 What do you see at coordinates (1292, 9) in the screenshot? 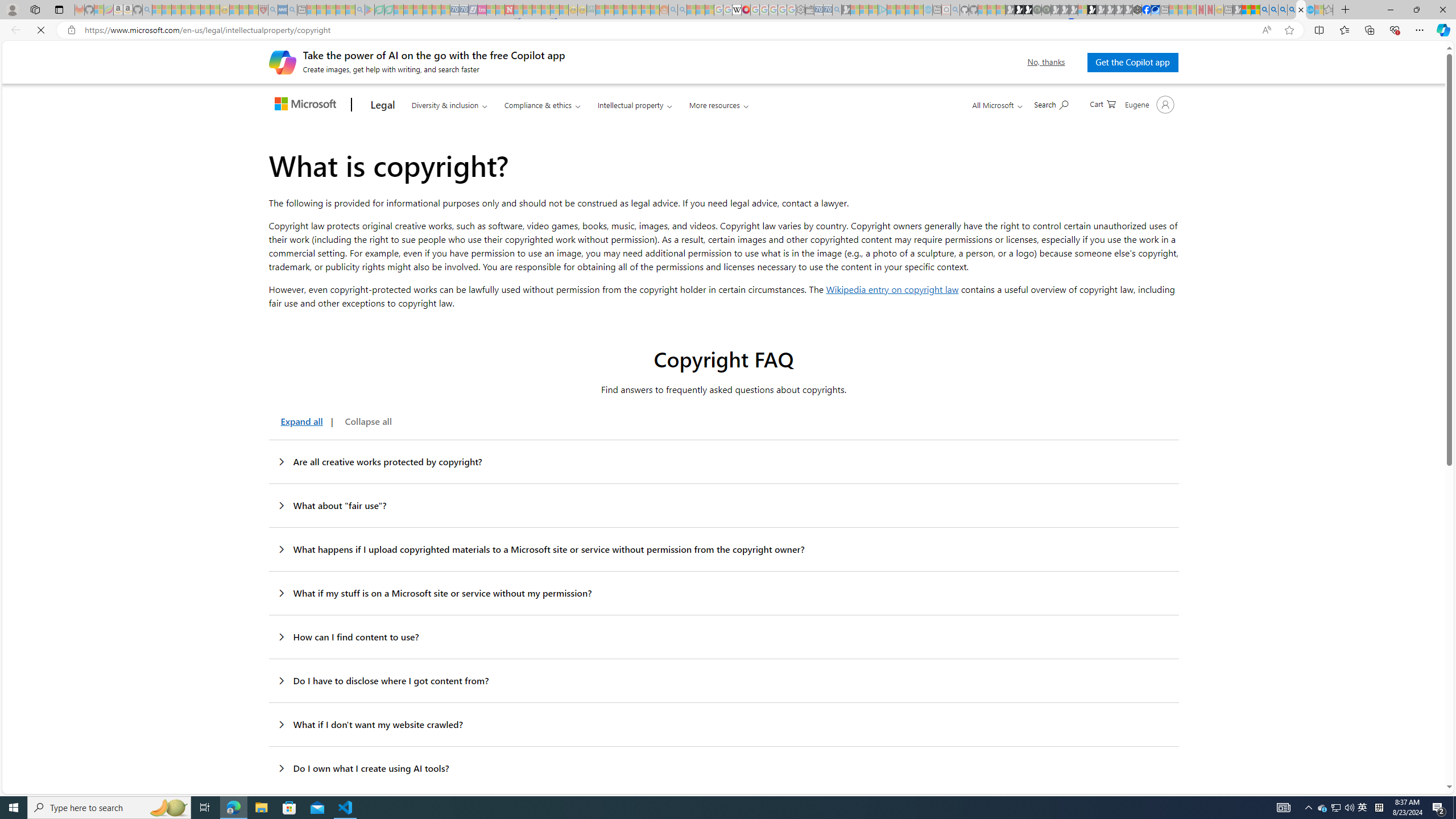
I see `'Google Chrome Internet Browser Download - Search Images'` at bounding box center [1292, 9].